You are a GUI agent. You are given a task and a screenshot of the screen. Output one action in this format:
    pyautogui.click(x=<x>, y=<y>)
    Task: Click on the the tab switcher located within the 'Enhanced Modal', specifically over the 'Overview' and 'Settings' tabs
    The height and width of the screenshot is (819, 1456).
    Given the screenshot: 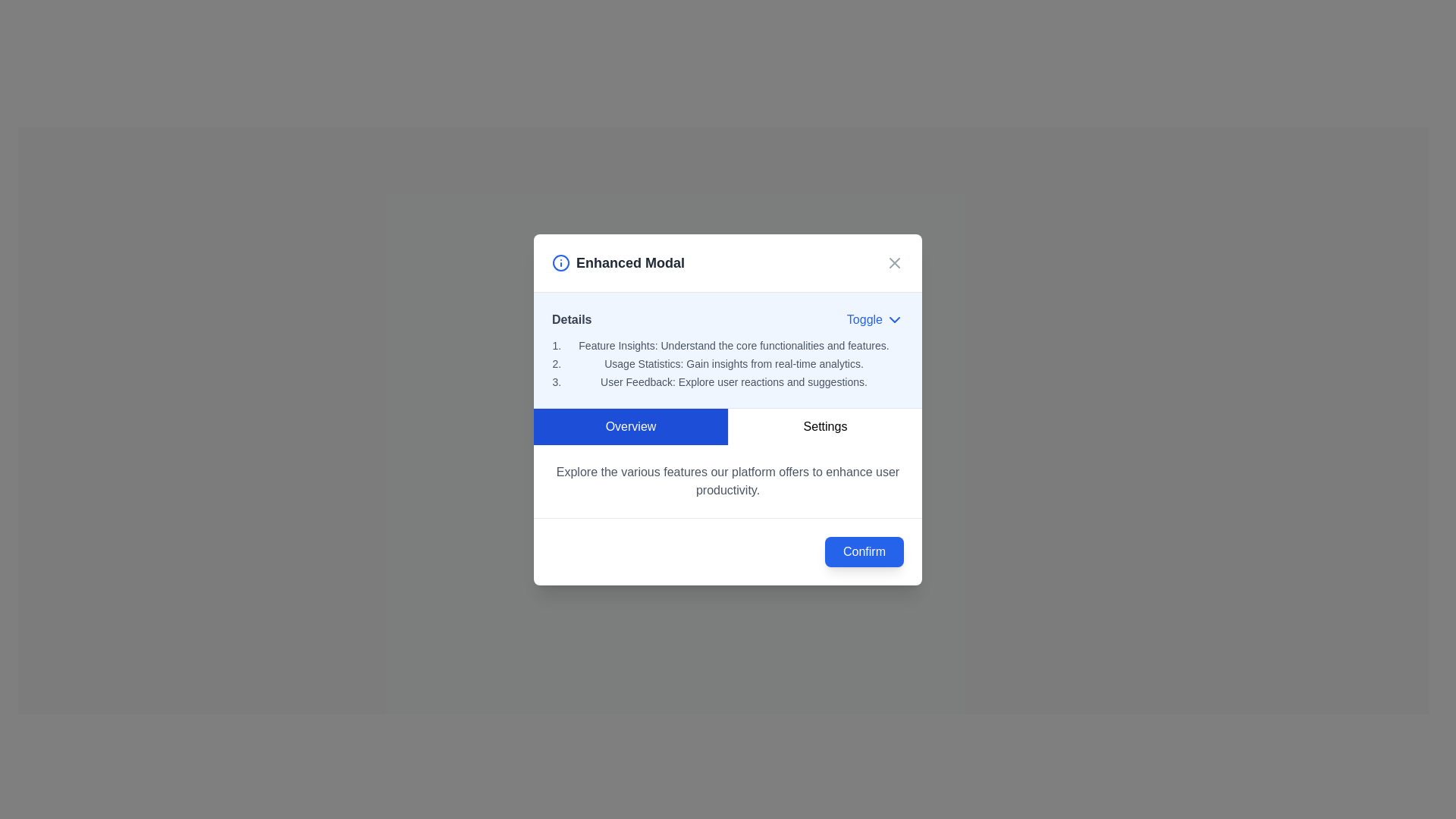 What is the action you would take?
    pyautogui.click(x=728, y=426)
    